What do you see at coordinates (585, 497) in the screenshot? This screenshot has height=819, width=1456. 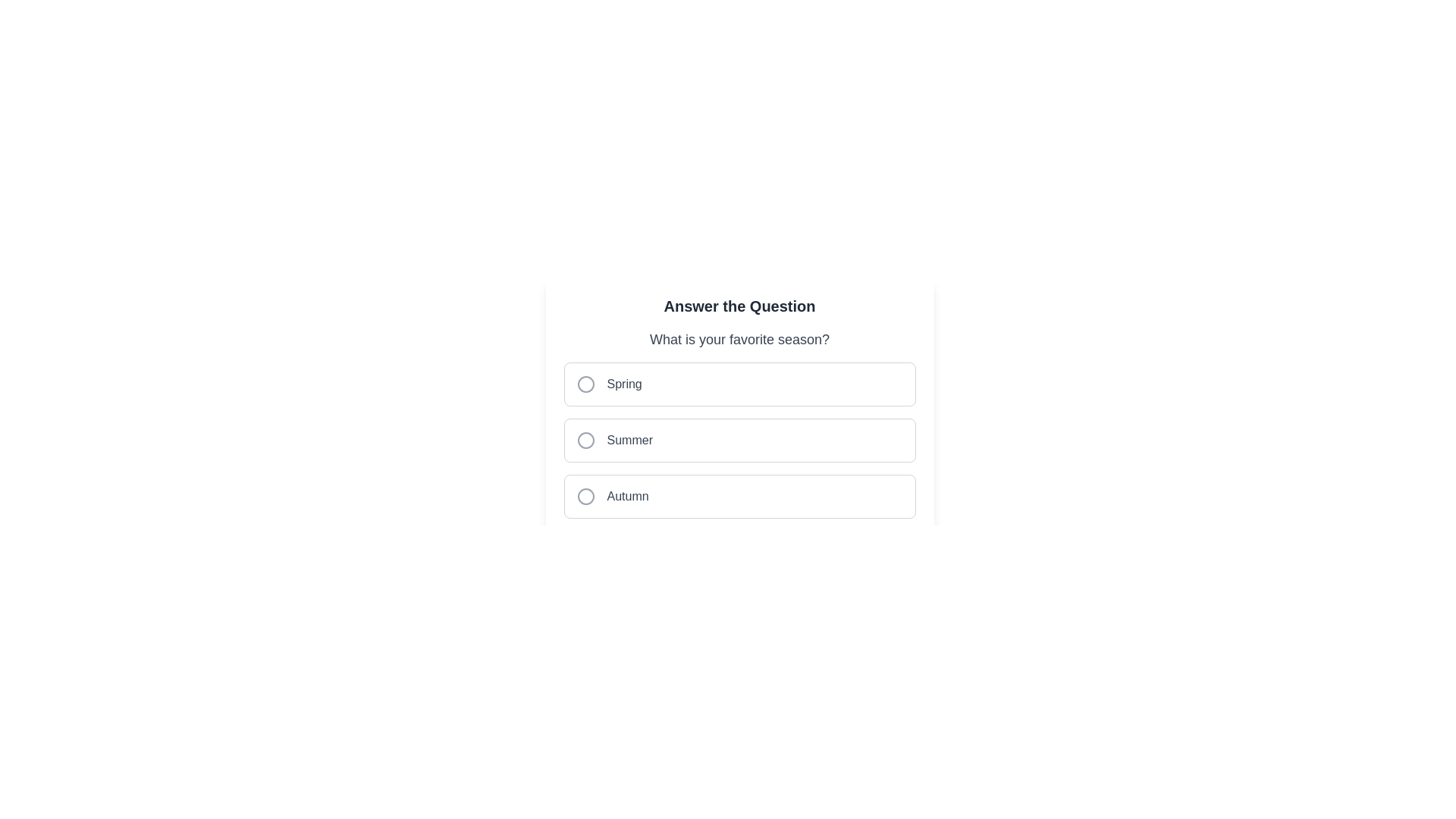 I see `the radio button indicator for the 'Autumn' option` at bounding box center [585, 497].